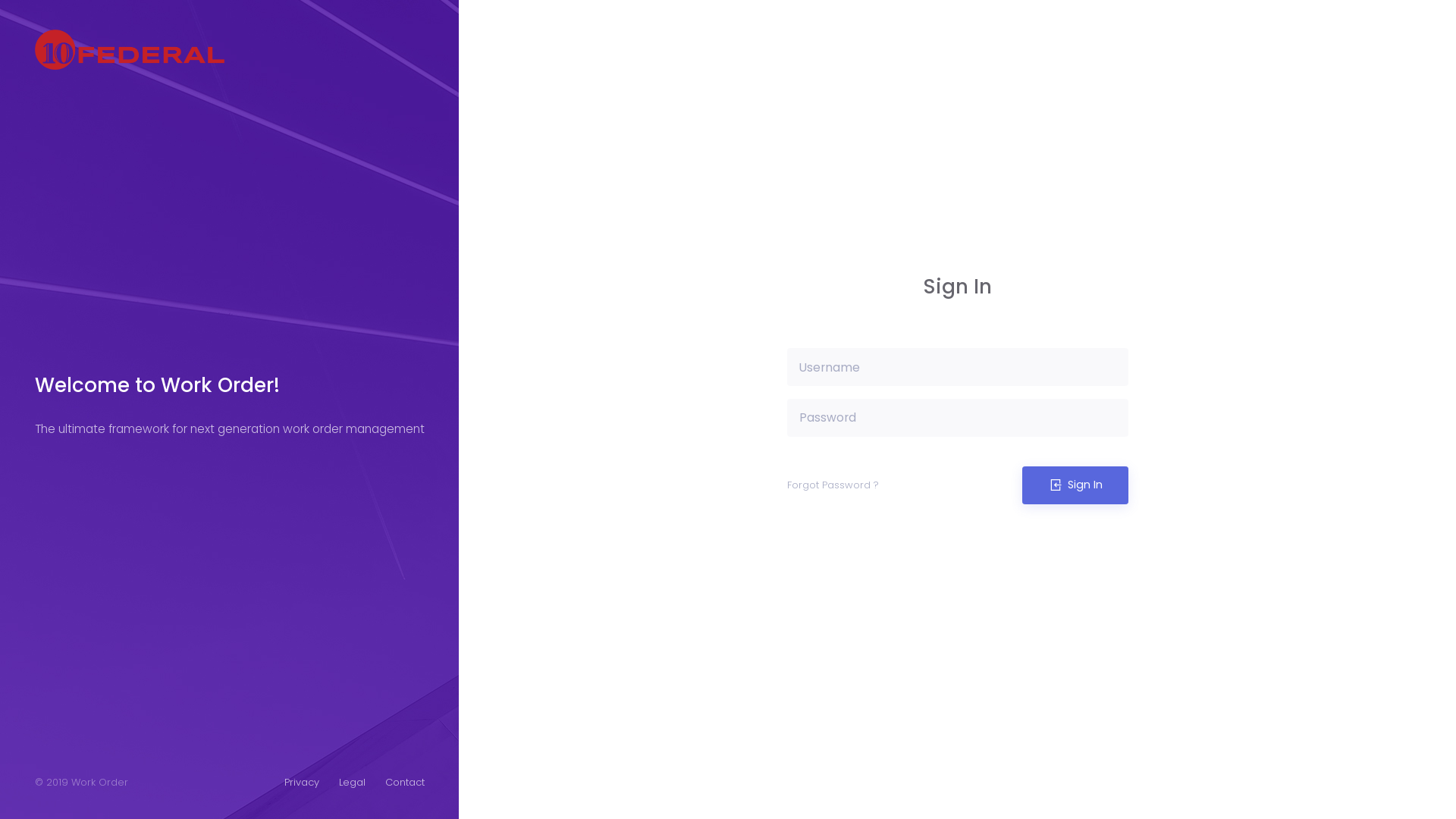 The height and width of the screenshot is (819, 1456). I want to click on 'Forgot Password ?', so click(832, 485).